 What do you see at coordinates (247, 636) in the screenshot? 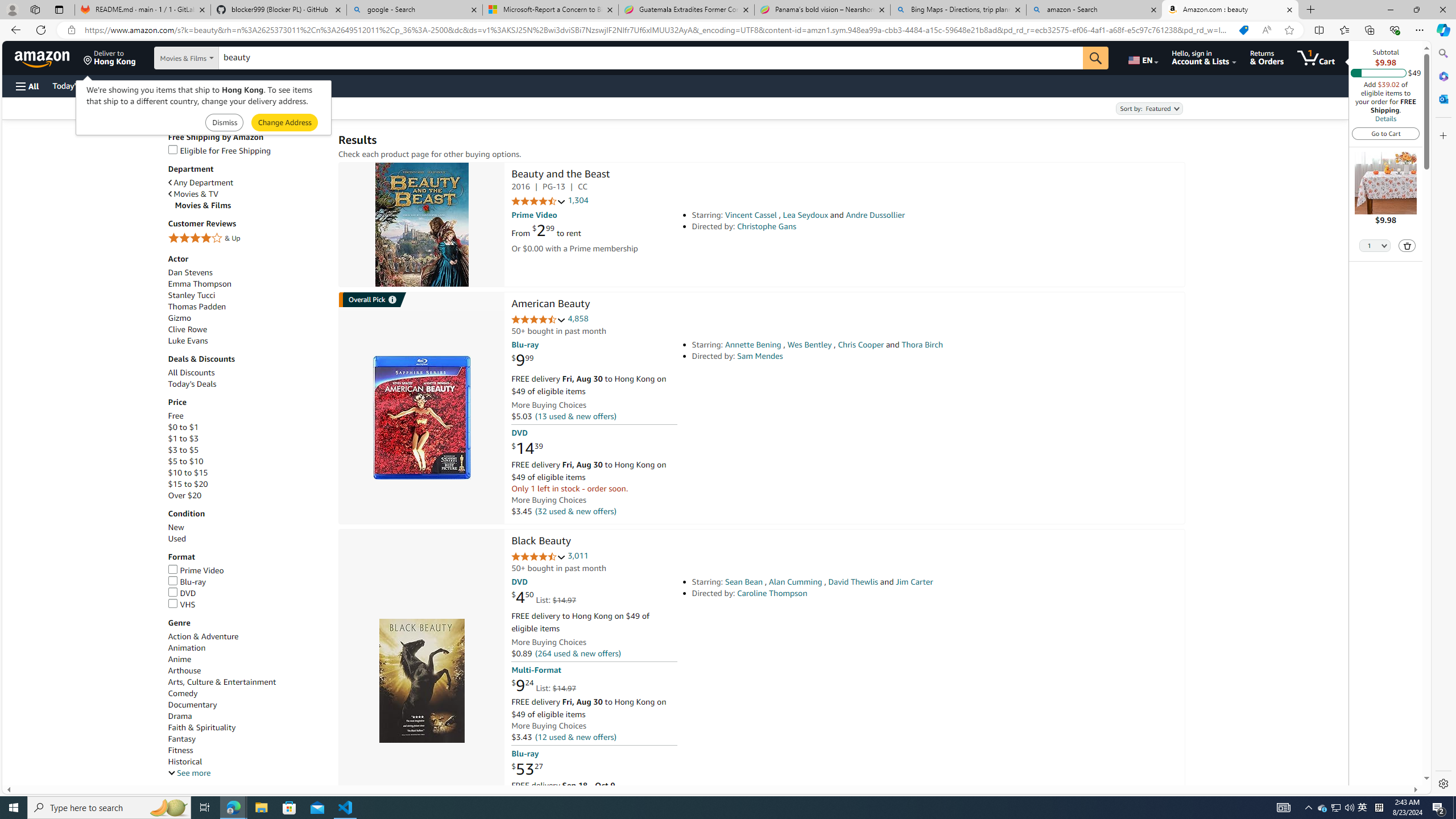
I see `'Action & Adventure'` at bounding box center [247, 636].